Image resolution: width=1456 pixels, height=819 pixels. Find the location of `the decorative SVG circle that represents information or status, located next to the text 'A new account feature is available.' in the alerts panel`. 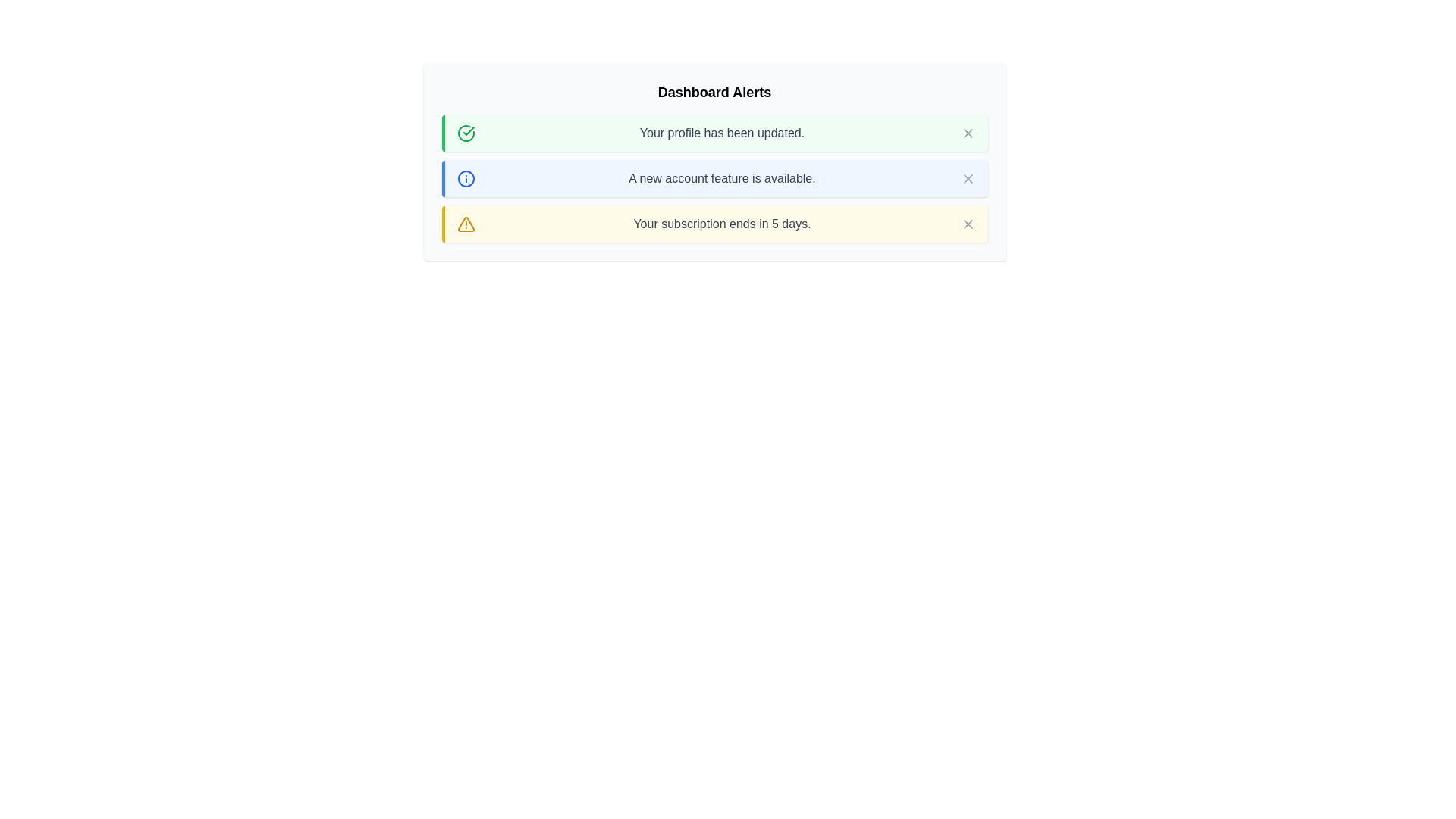

the decorative SVG circle that represents information or status, located next to the text 'A new account feature is available.' in the alerts panel is located at coordinates (465, 177).